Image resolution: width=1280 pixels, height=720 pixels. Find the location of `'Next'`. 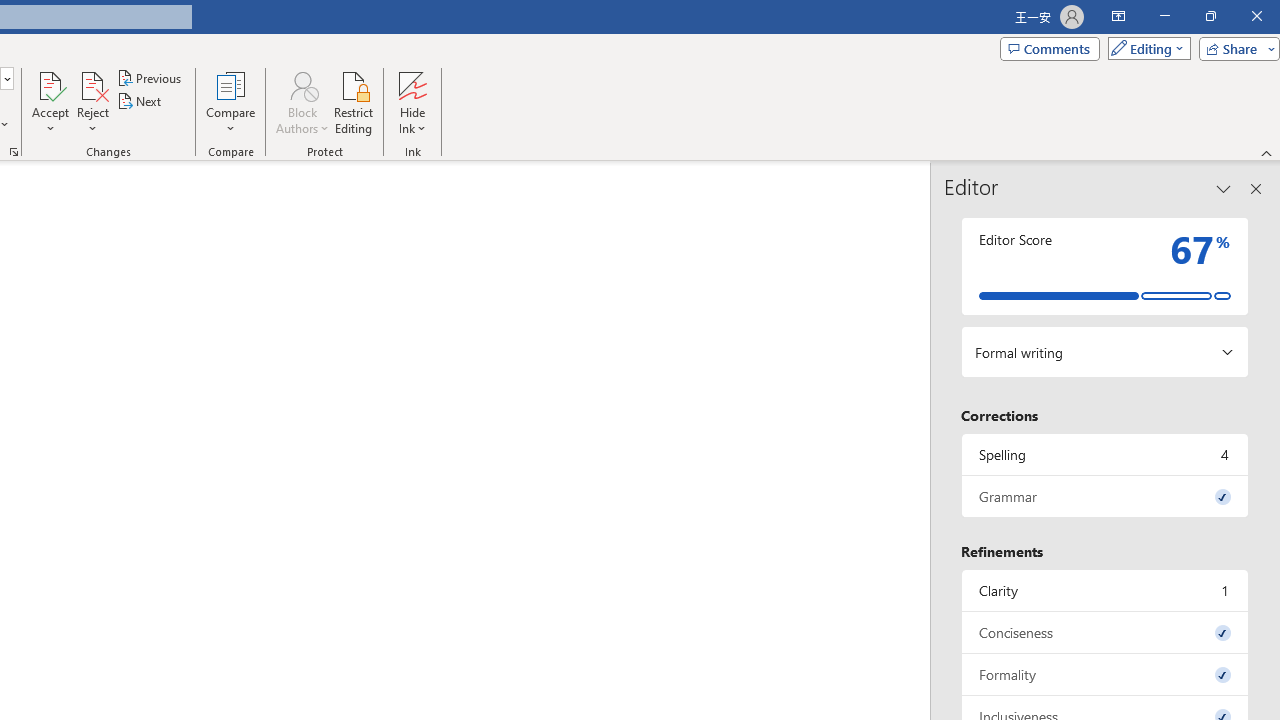

'Next' is located at coordinates (139, 101).